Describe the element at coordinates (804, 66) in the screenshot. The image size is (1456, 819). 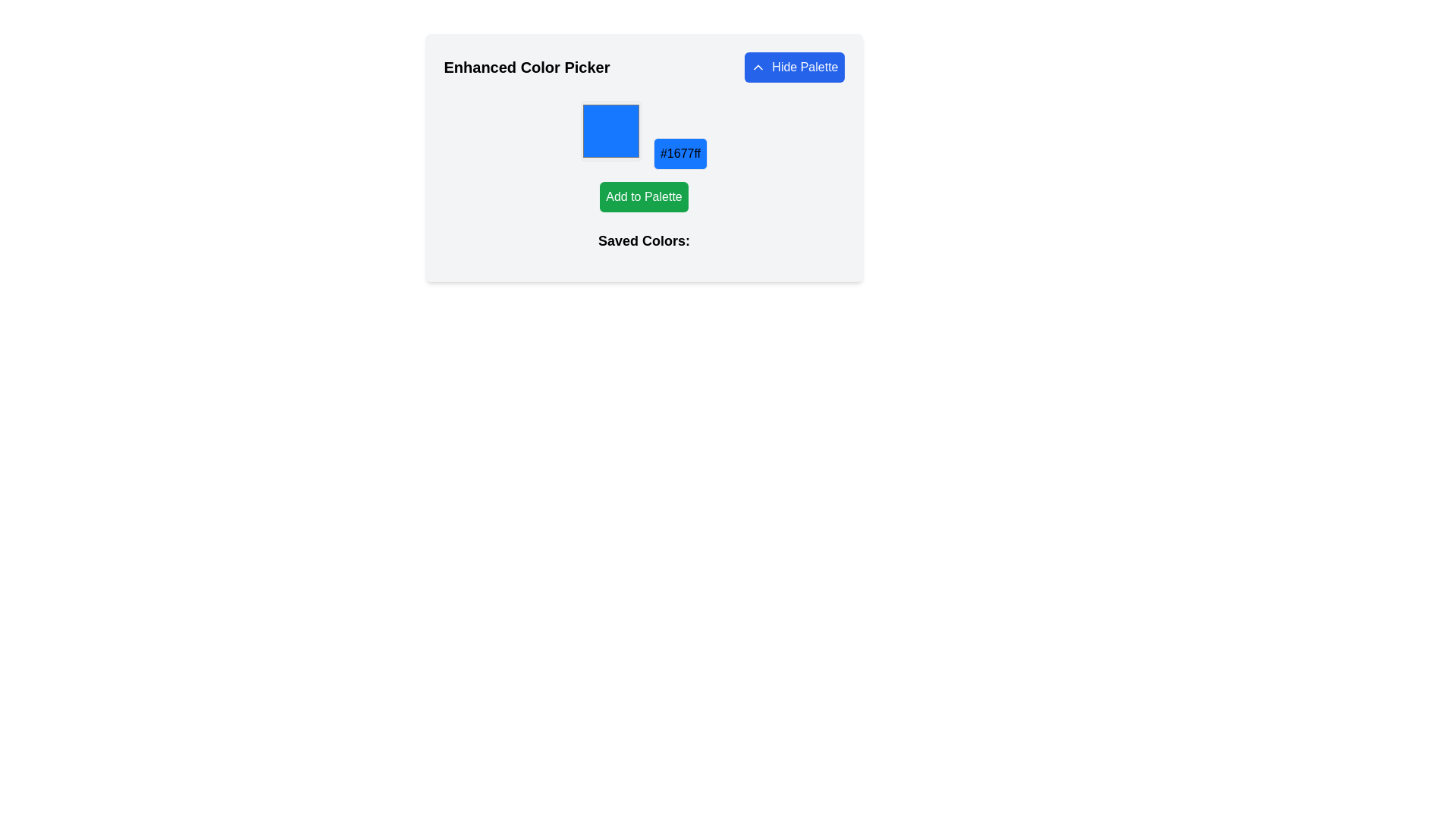
I see `the 'Hide Palette' text label, which is part of a button-like component located in the upper-right section of the interface` at that location.